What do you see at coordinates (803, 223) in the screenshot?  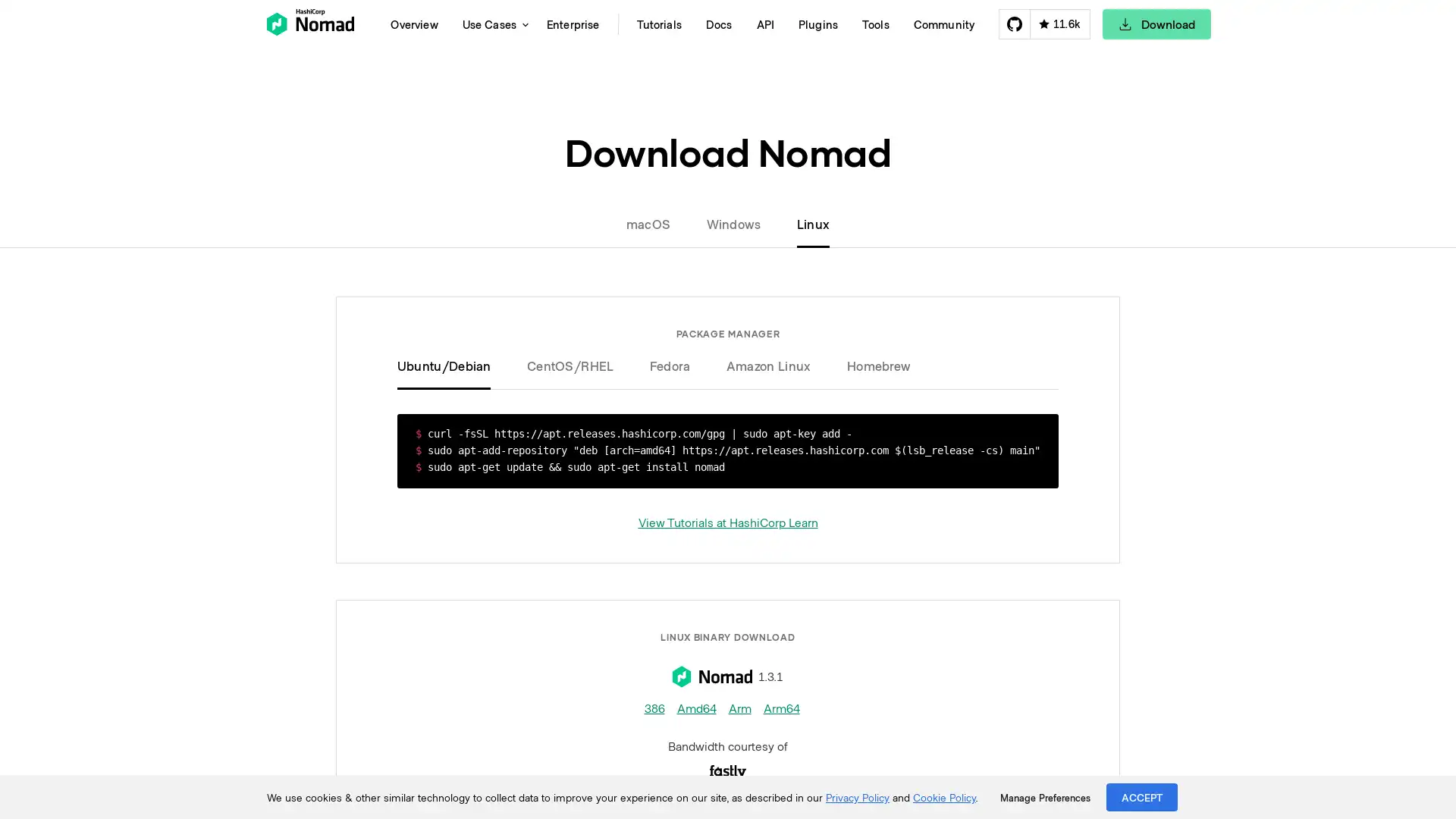 I see `Linux` at bounding box center [803, 223].